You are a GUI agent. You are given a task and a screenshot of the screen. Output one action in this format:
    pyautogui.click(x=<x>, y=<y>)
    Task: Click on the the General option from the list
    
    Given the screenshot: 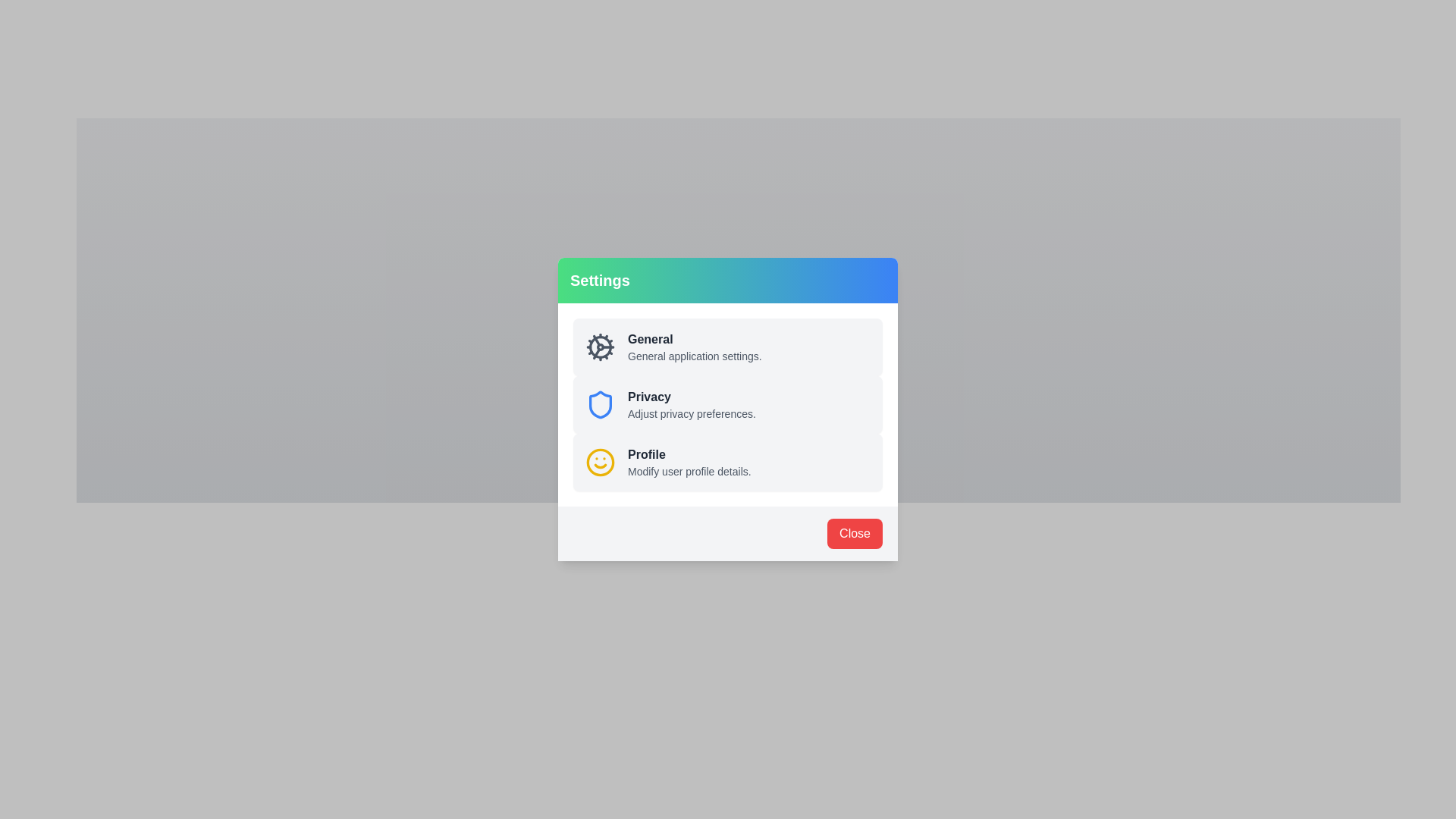 What is the action you would take?
    pyautogui.click(x=739, y=227)
    